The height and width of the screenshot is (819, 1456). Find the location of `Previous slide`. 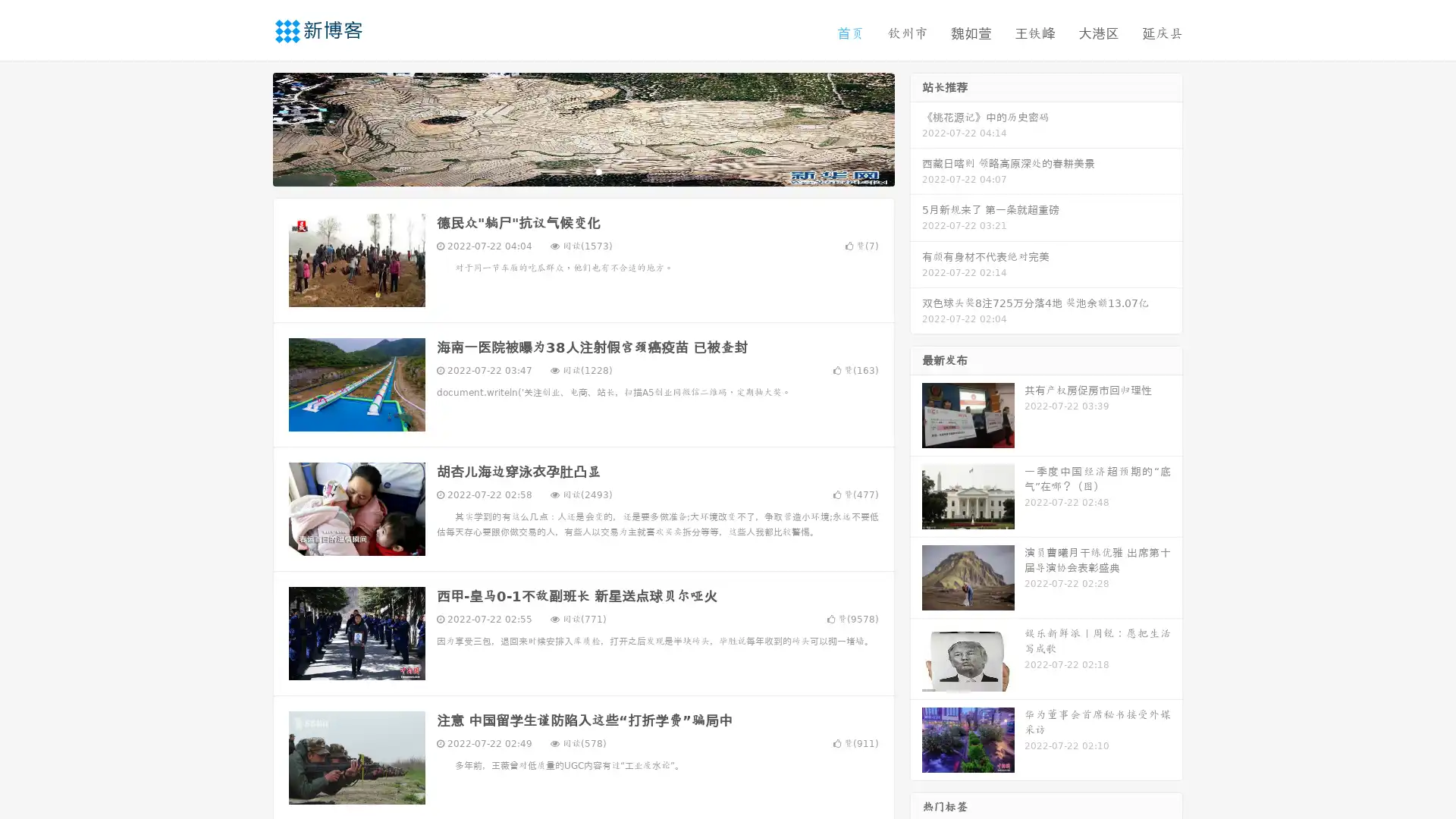

Previous slide is located at coordinates (250, 127).